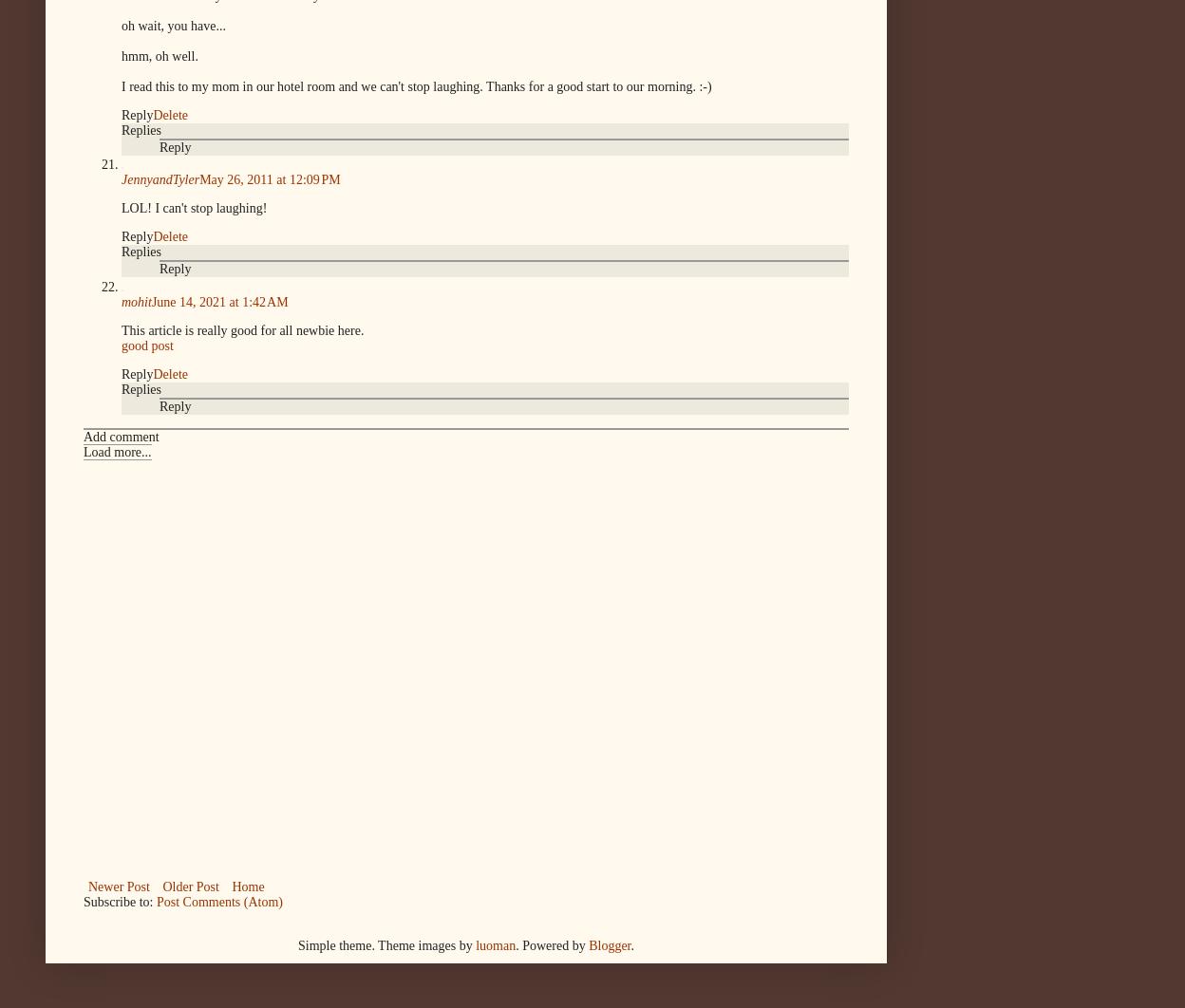 The width and height of the screenshot is (1185, 1008). I want to click on 'May 26, 2011 at 12:09 PM', so click(269, 179).